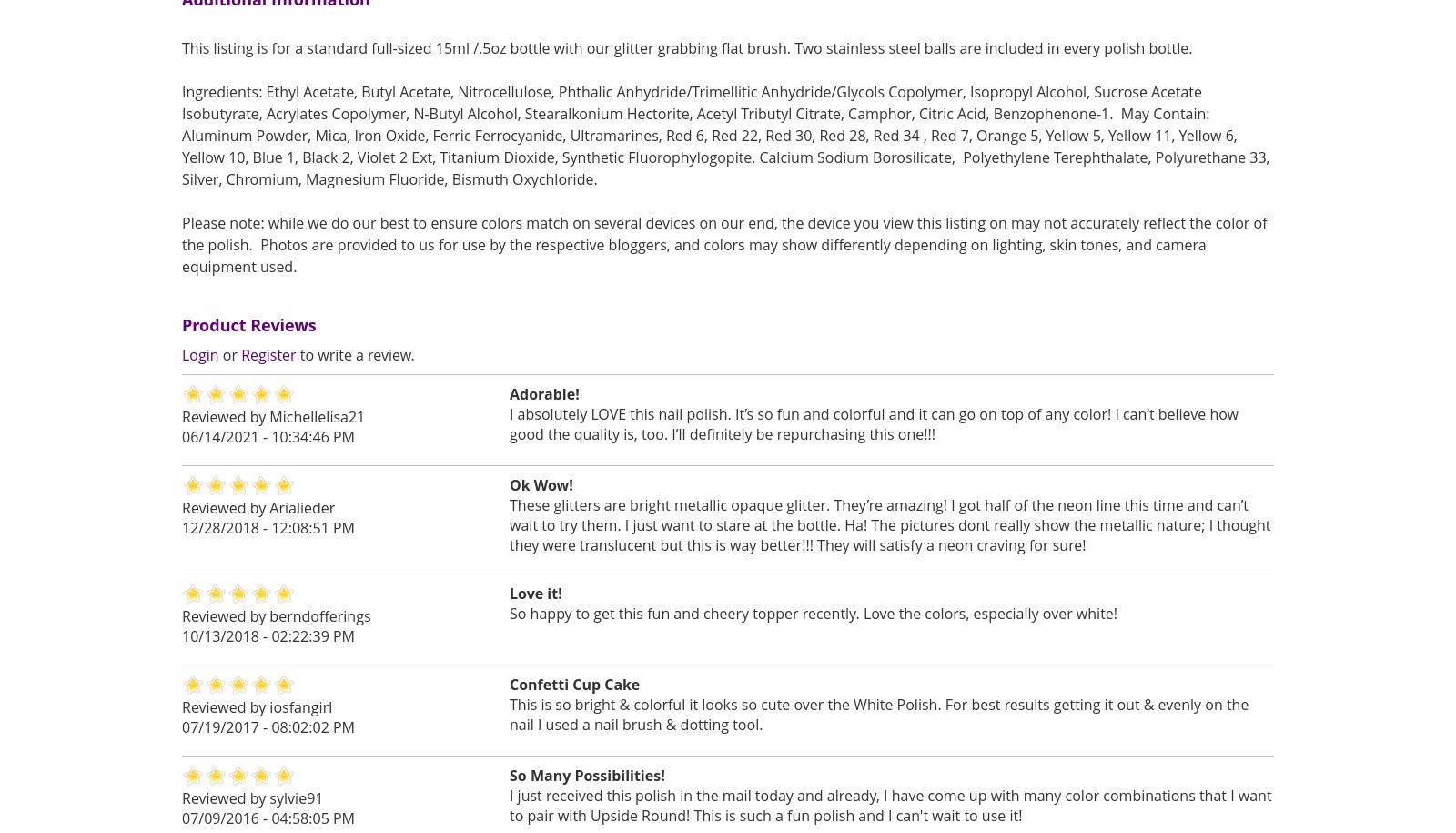 The width and height of the screenshot is (1456, 833). I want to click on 'Reviewed by sylvie91', so click(252, 797).